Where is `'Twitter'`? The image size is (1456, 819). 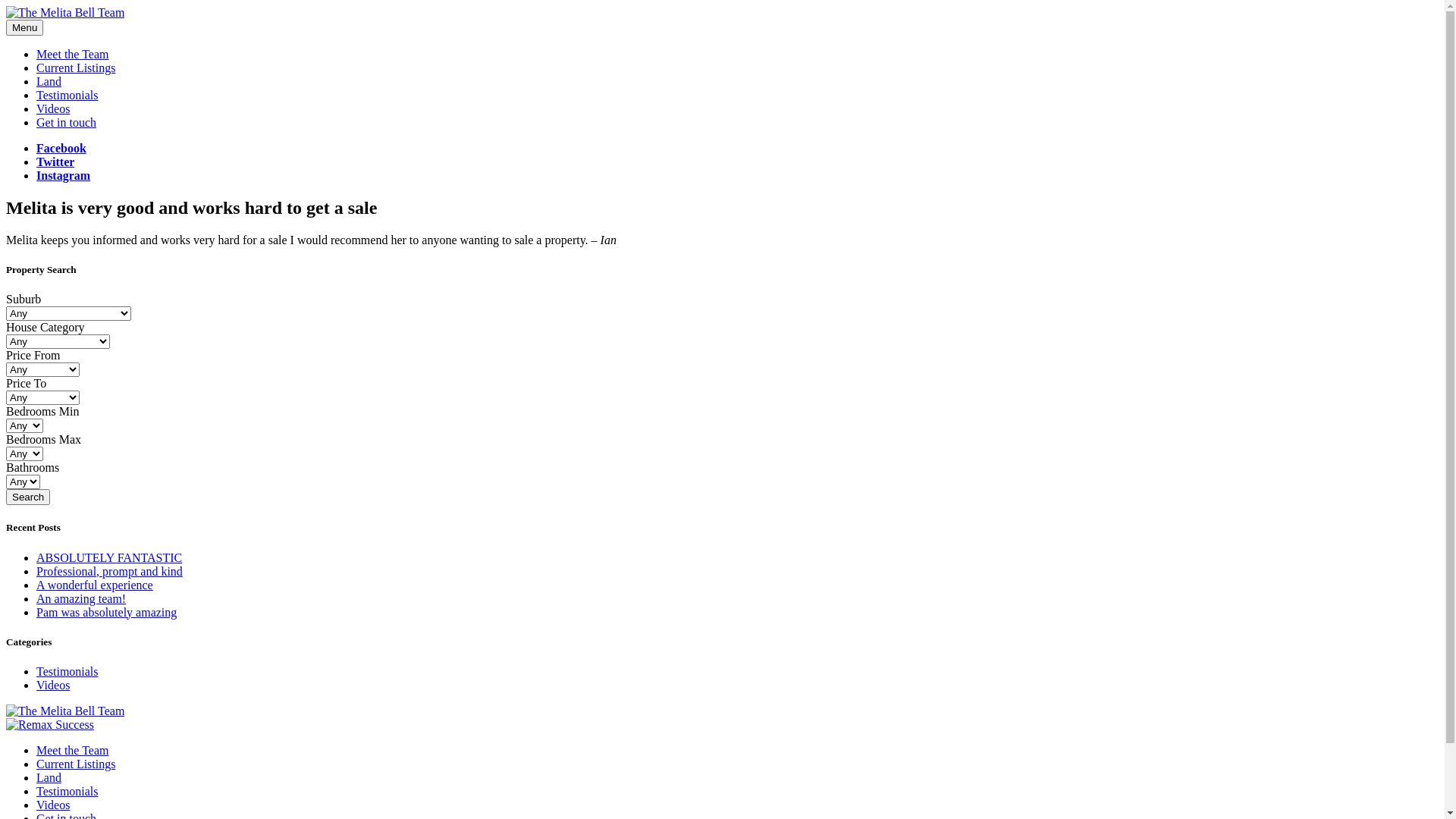 'Twitter' is located at coordinates (55, 162).